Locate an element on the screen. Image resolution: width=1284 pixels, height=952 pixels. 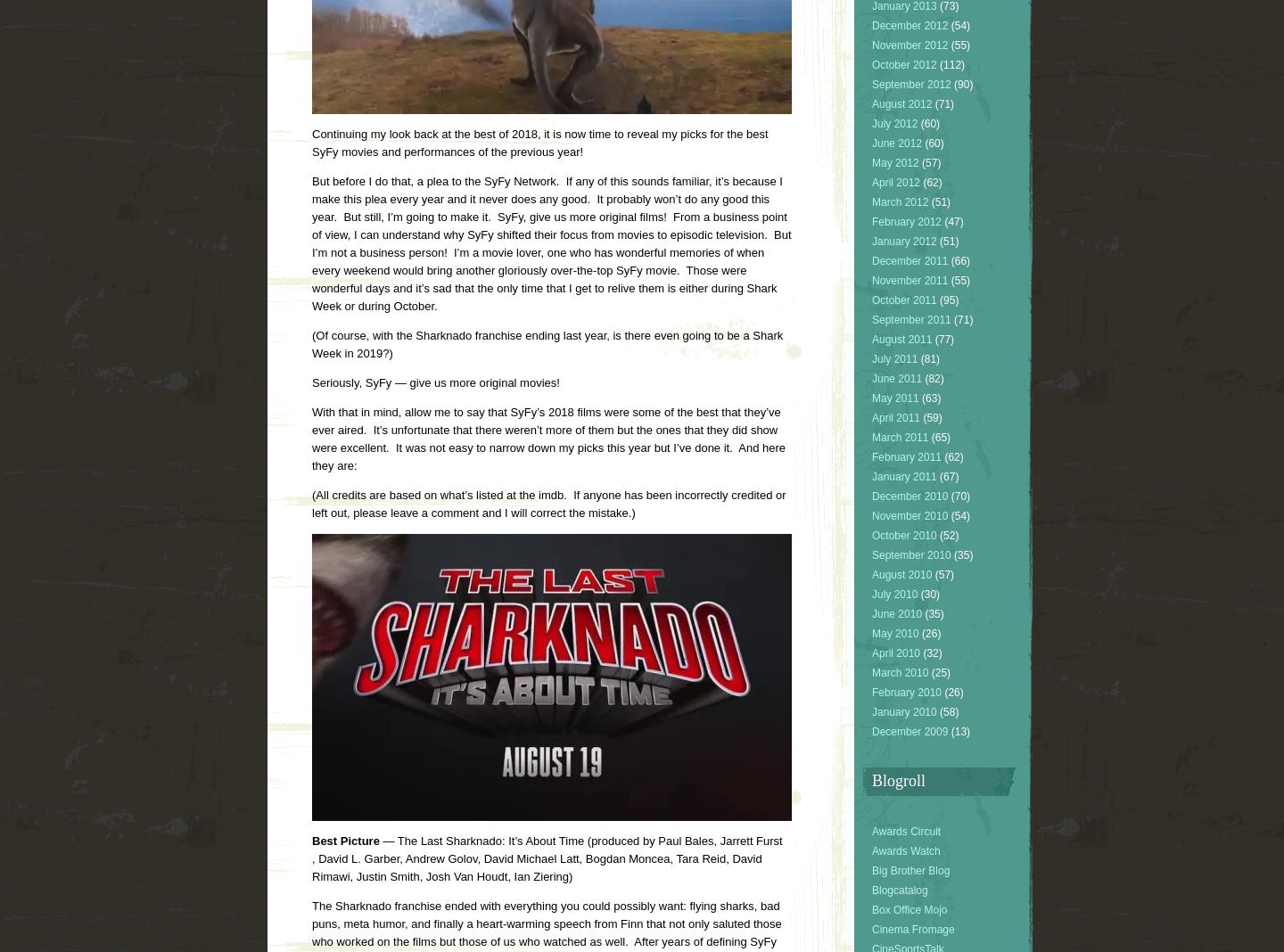
'July 2011' is located at coordinates (893, 358).